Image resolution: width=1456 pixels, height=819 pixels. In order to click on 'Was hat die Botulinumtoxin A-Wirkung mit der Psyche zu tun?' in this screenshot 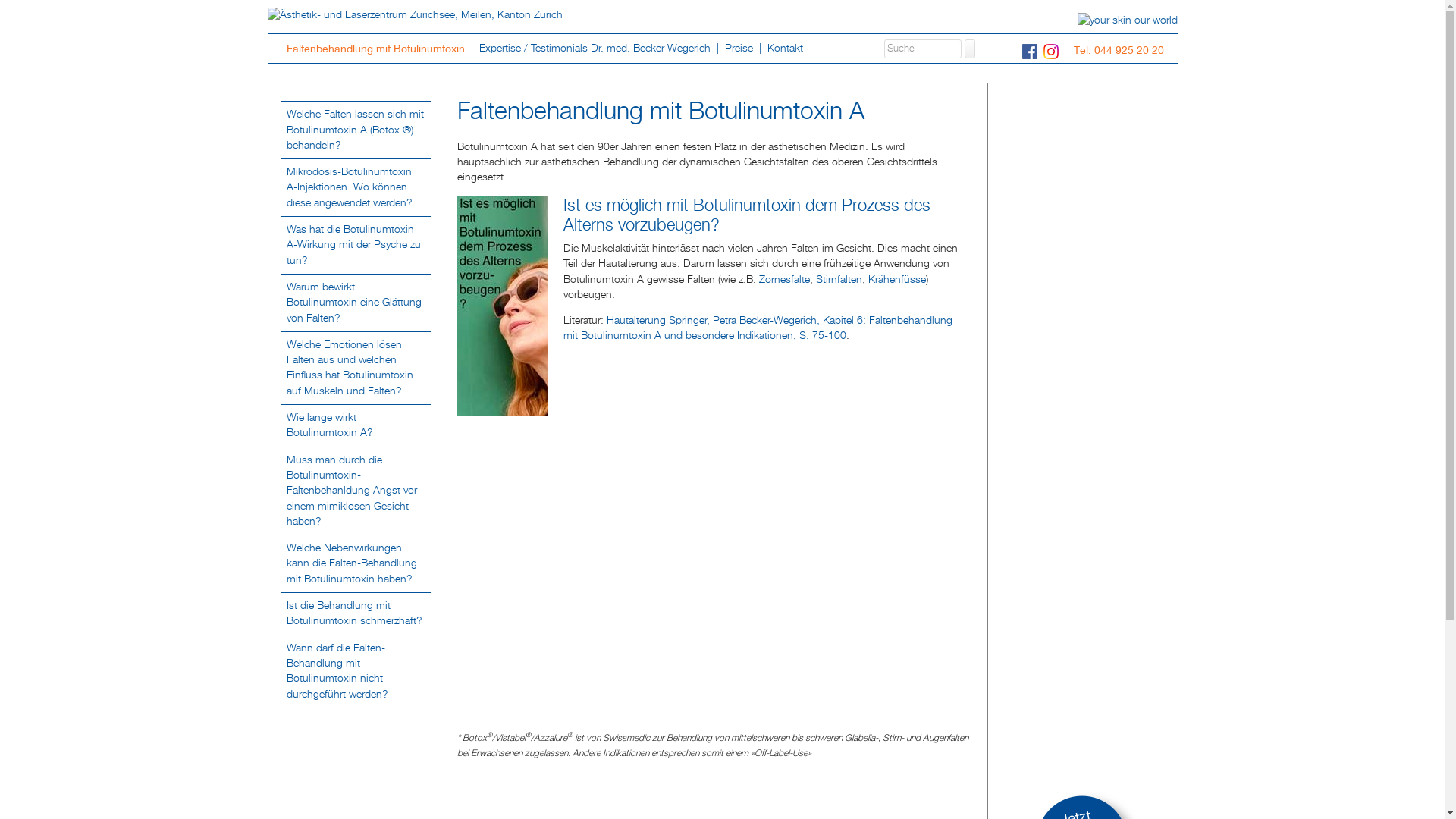, I will do `click(353, 244)`.